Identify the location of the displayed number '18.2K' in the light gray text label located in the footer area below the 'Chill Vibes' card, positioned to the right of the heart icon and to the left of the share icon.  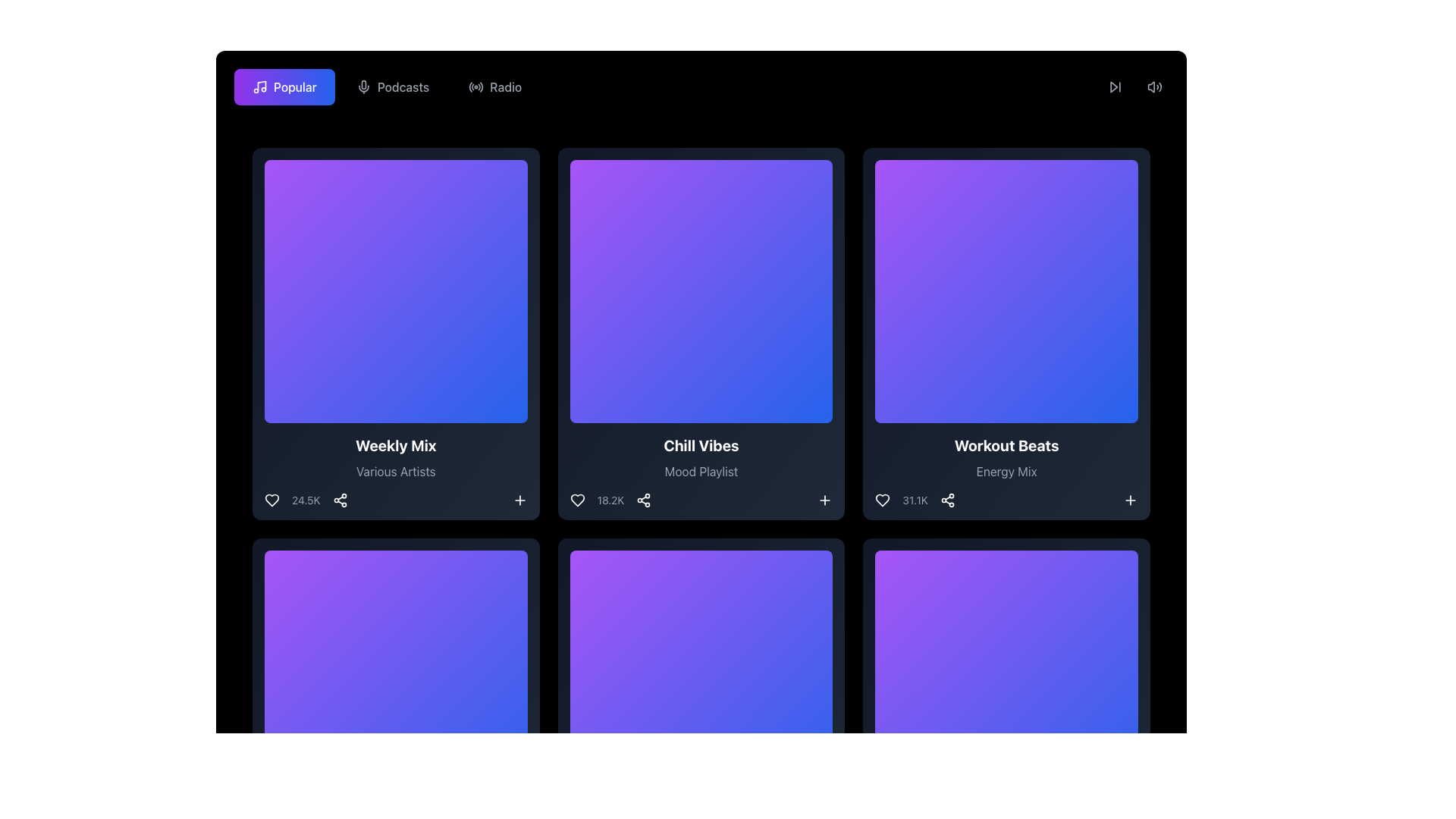
(610, 500).